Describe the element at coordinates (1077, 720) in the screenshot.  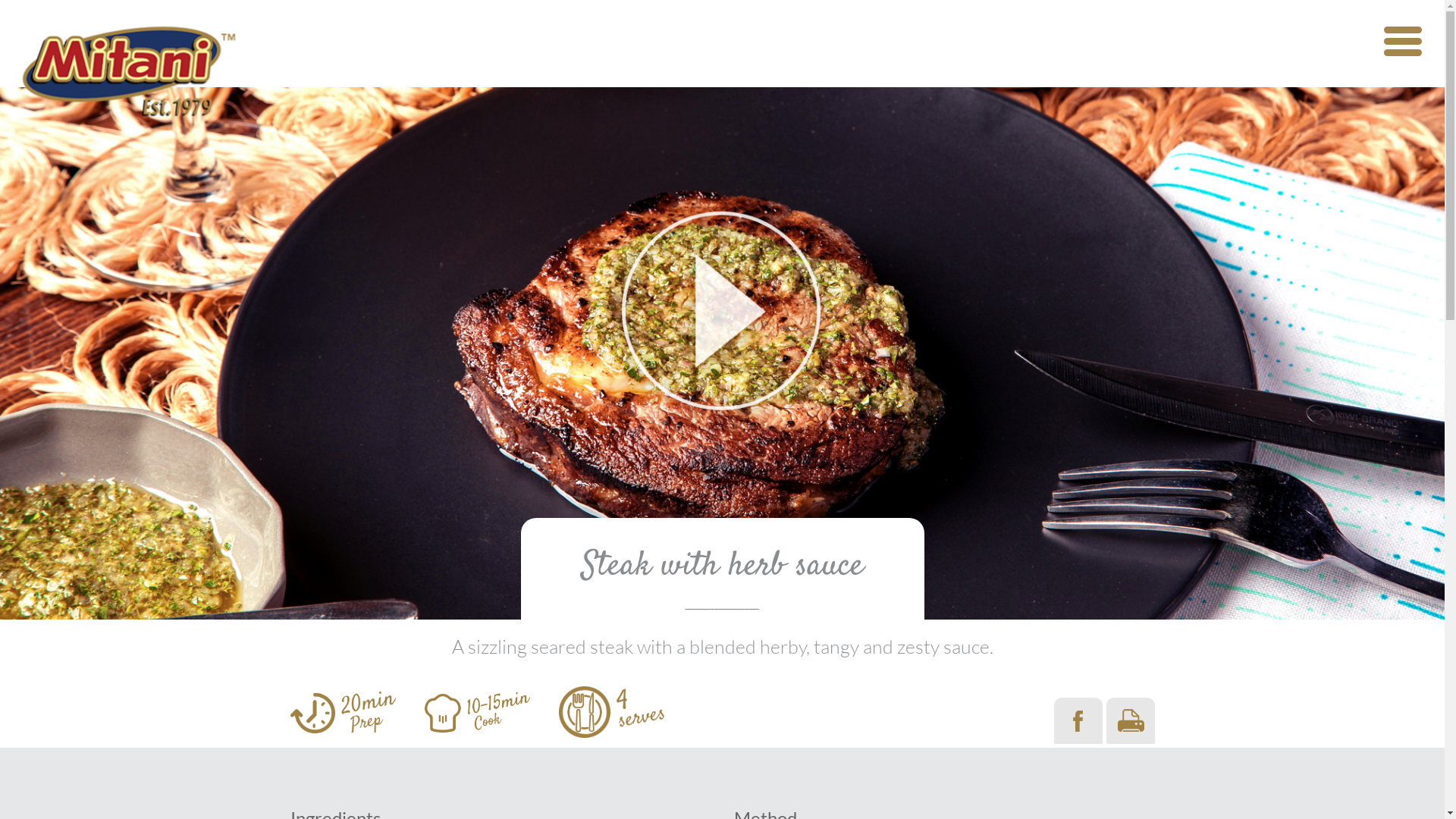
I see `'Share on Facebook'` at that location.